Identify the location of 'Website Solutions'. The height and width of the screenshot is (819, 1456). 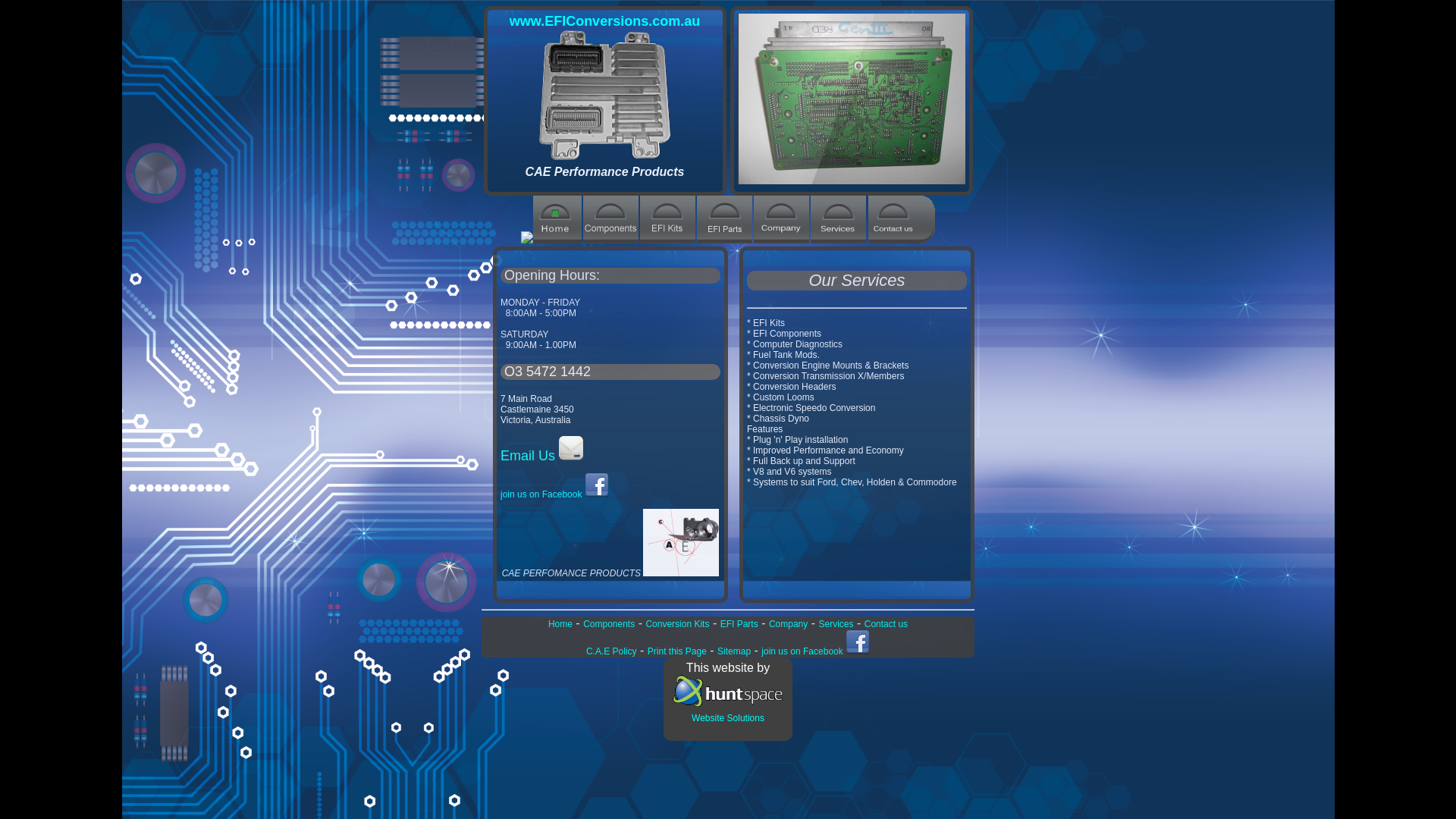
(728, 711).